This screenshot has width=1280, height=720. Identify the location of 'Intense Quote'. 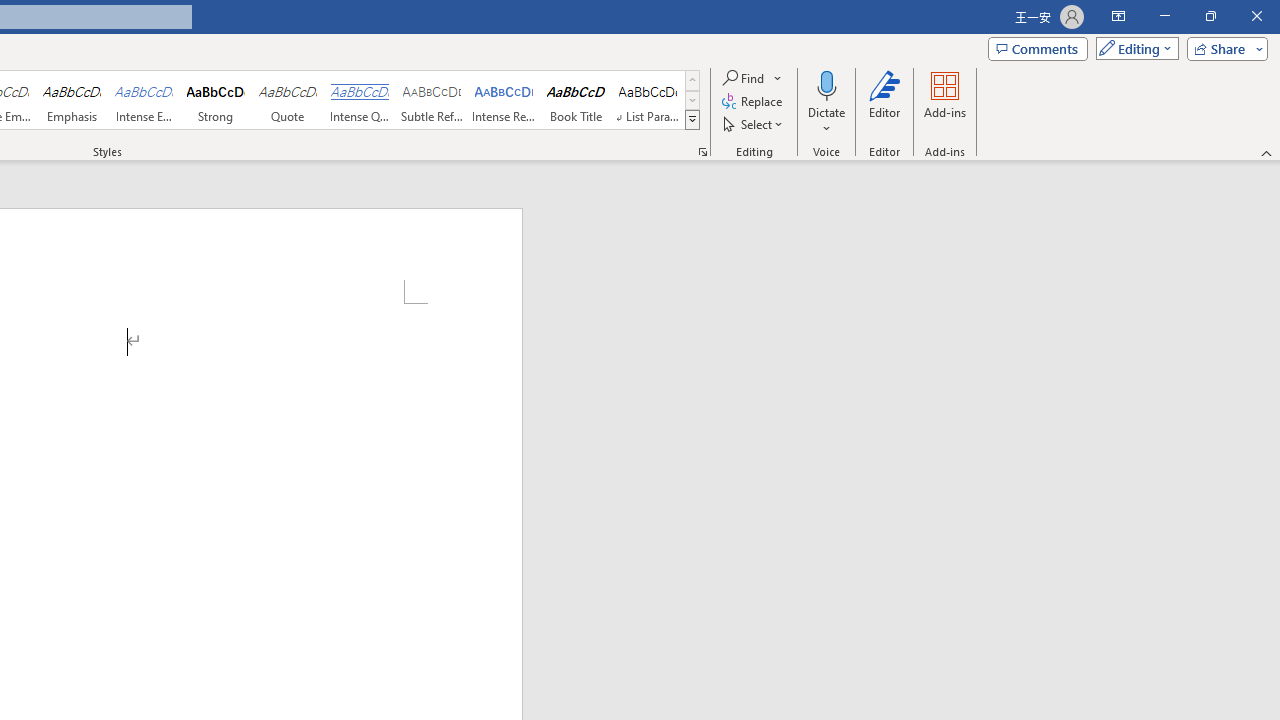
(359, 100).